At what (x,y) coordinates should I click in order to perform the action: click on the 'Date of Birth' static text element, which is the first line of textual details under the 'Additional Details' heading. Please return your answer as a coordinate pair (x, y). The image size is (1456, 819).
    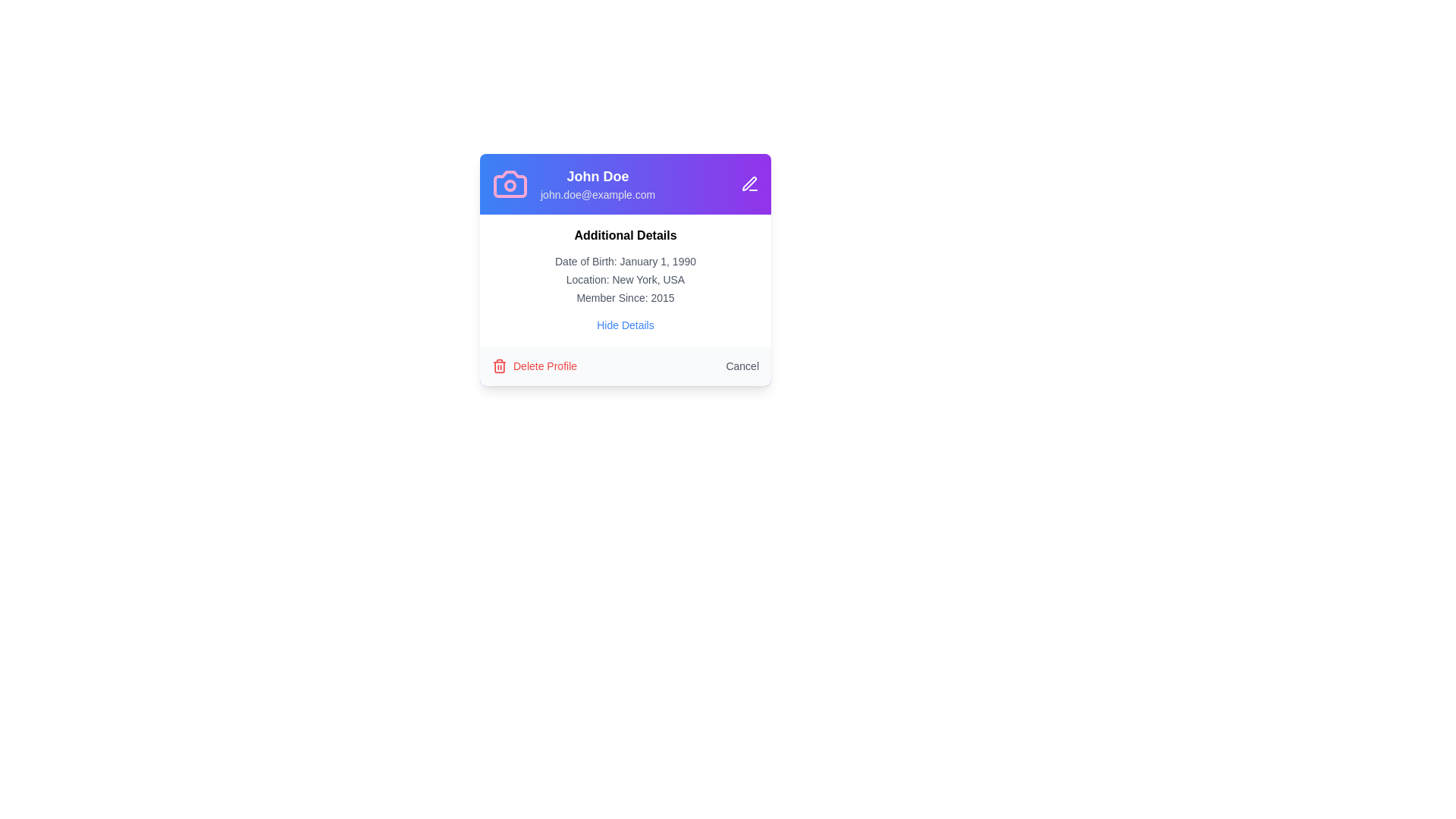
    Looking at the image, I should click on (626, 260).